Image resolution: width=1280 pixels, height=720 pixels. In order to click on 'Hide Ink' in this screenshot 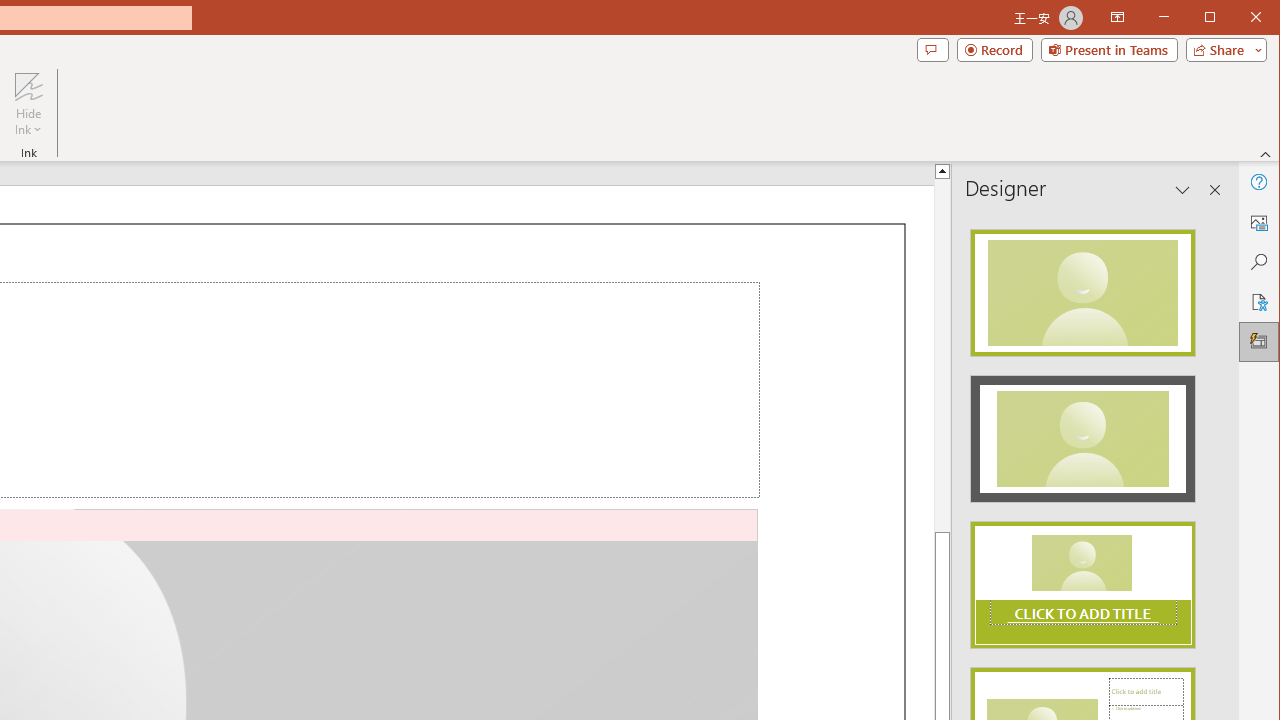, I will do `click(28, 104)`.